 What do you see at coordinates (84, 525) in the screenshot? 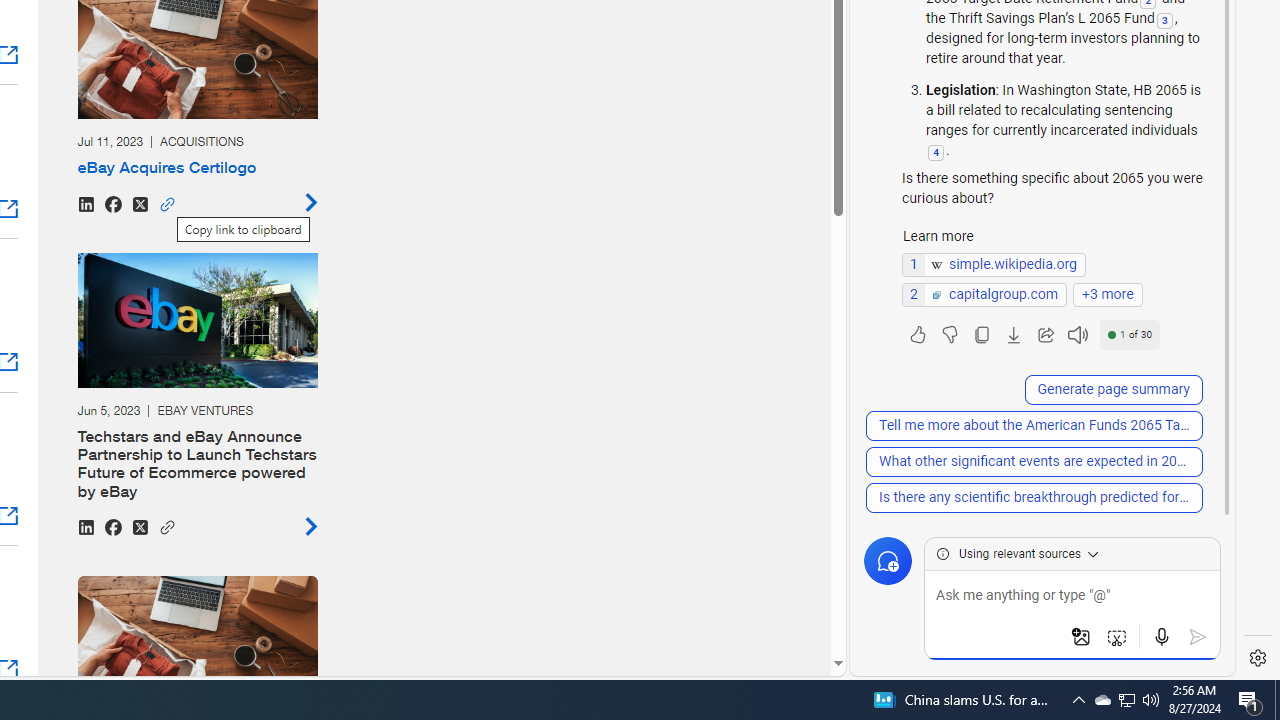
I see `'Share on LinkedIn'` at bounding box center [84, 525].